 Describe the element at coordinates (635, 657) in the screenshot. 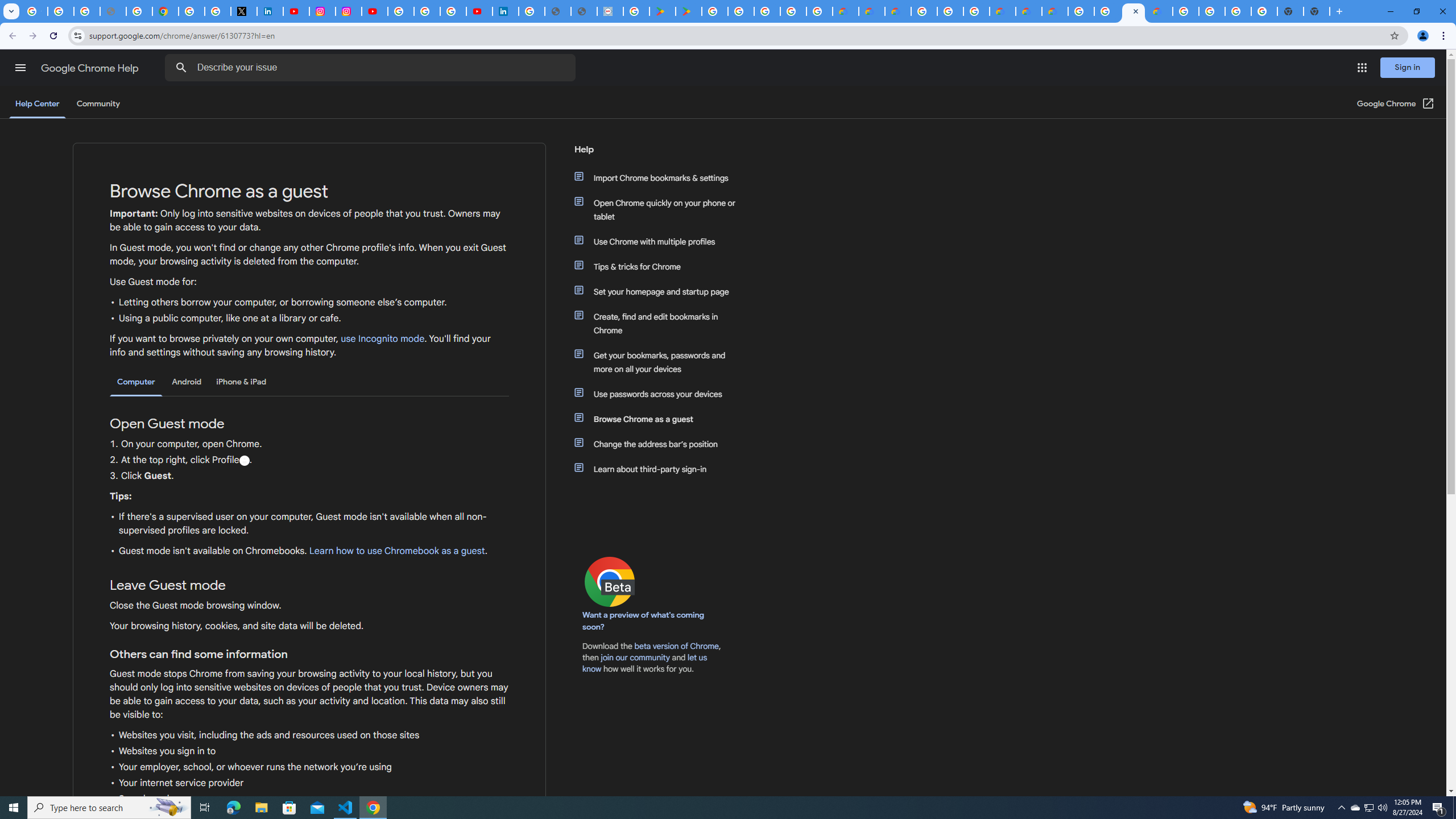

I see `'join our community'` at that location.